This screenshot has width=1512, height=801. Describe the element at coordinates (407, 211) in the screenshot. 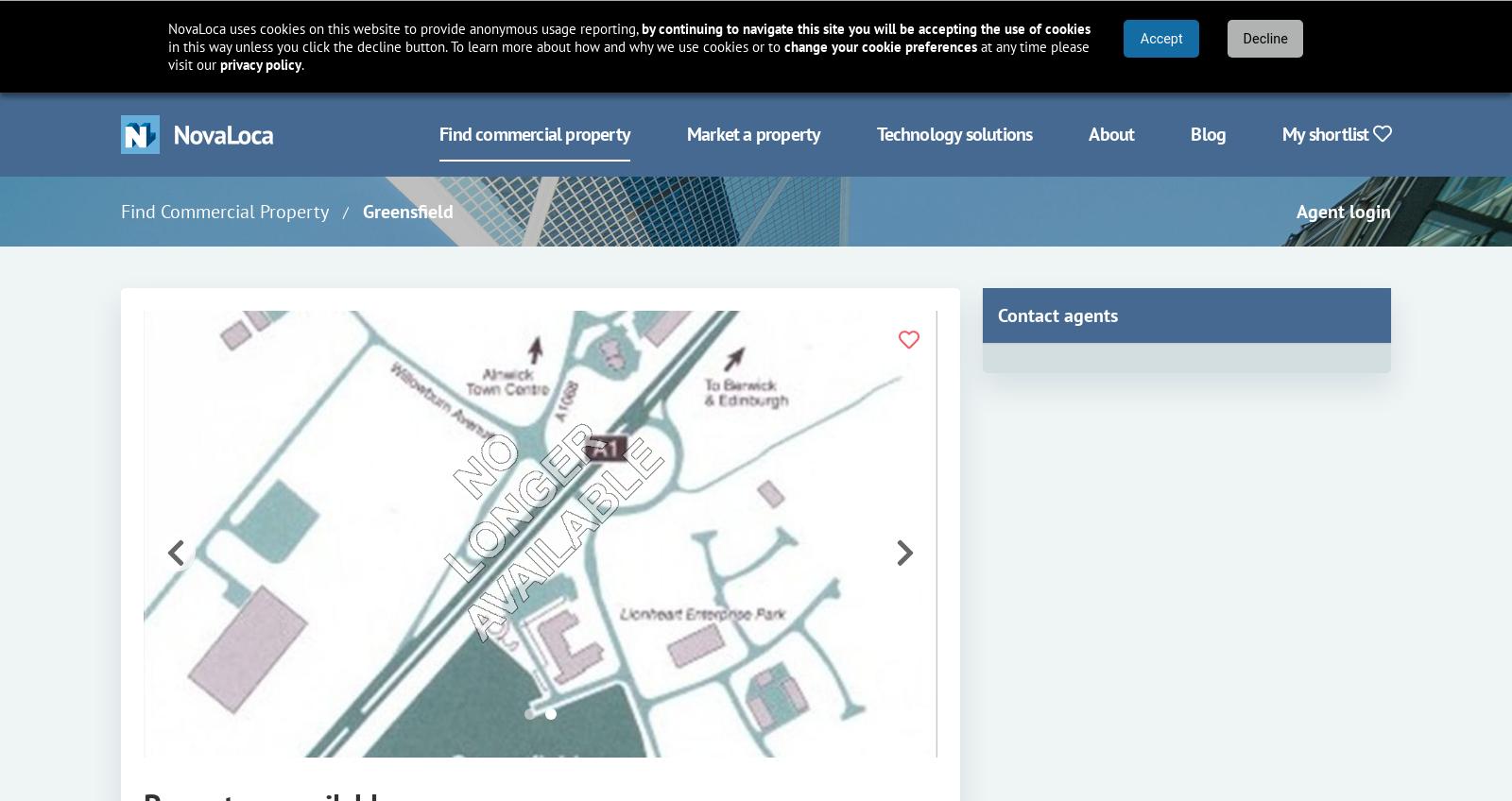

I see `'Greensfield'` at that location.